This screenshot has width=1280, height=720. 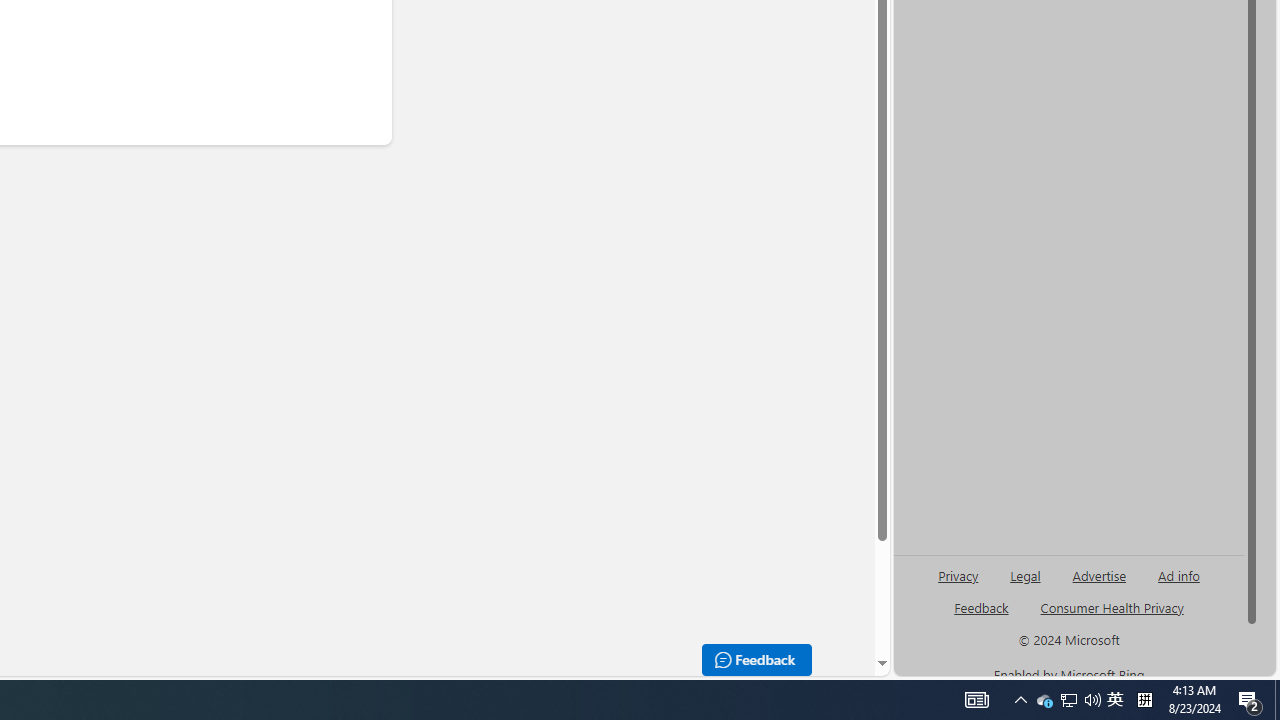 I want to click on 'AutomationID: sb_feedback', so click(x=981, y=606).